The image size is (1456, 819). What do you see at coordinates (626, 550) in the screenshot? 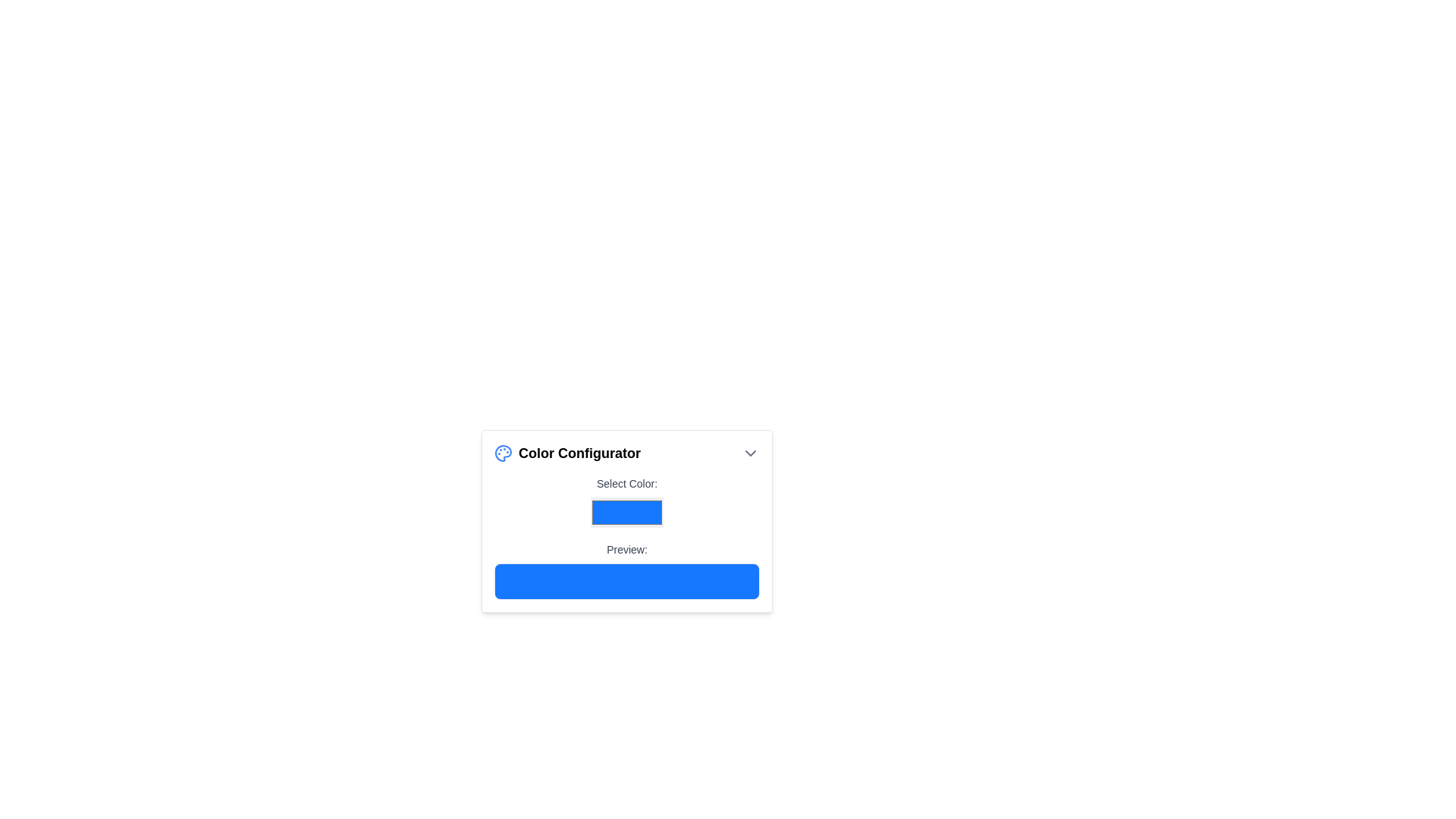
I see `the text label displaying 'Preview:' which is positioned below the 'Select Color:' label in the configuration panel` at bounding box center [626, 550].